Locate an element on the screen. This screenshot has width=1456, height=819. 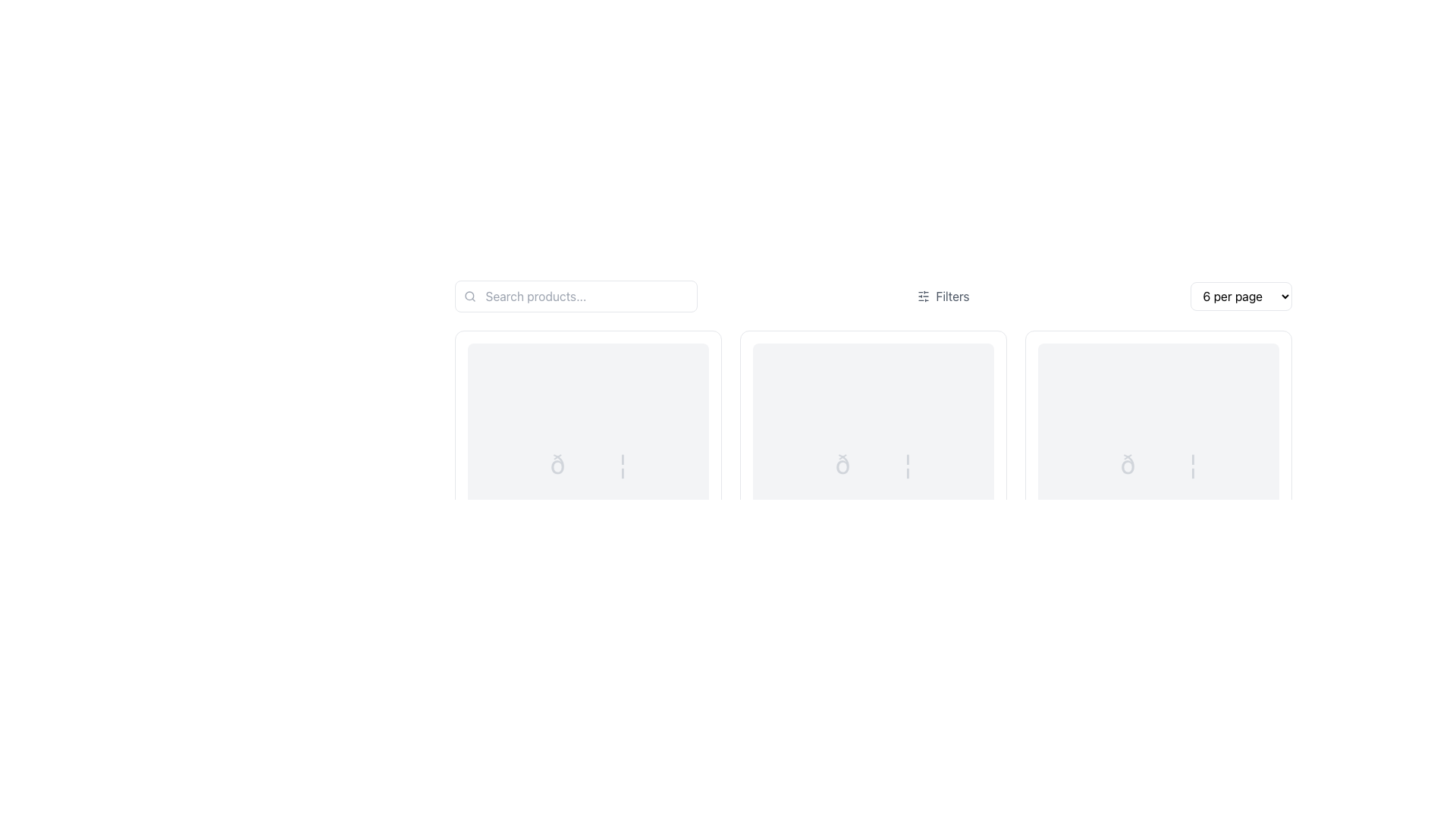
the filtering options button, which is centrally located in the interface, positioned to the right of the search bar and left of the '6 per page' dropdown menu is located at coordinates (943, 296).